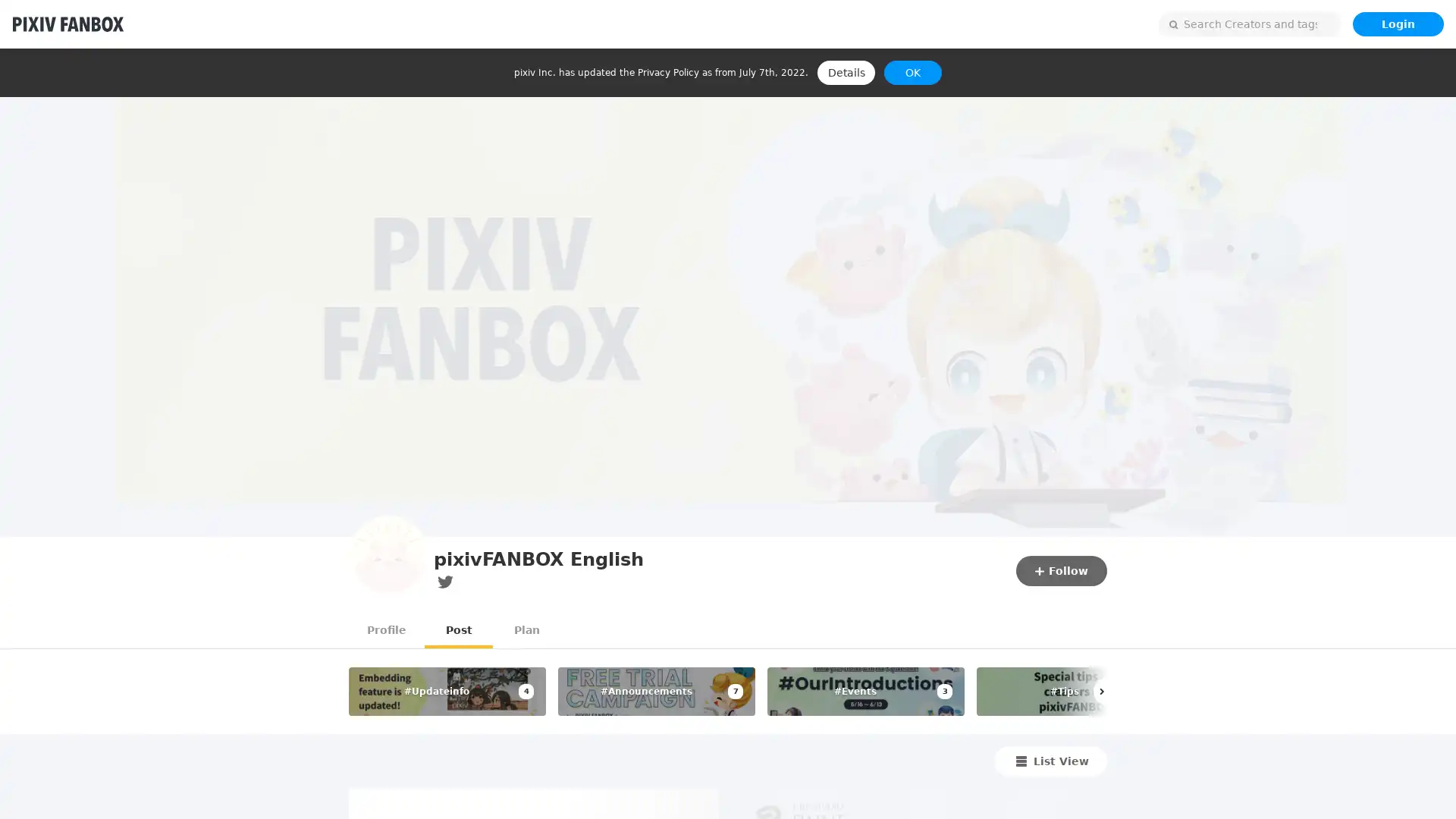  I want to click on List View, so click(1050, 760).